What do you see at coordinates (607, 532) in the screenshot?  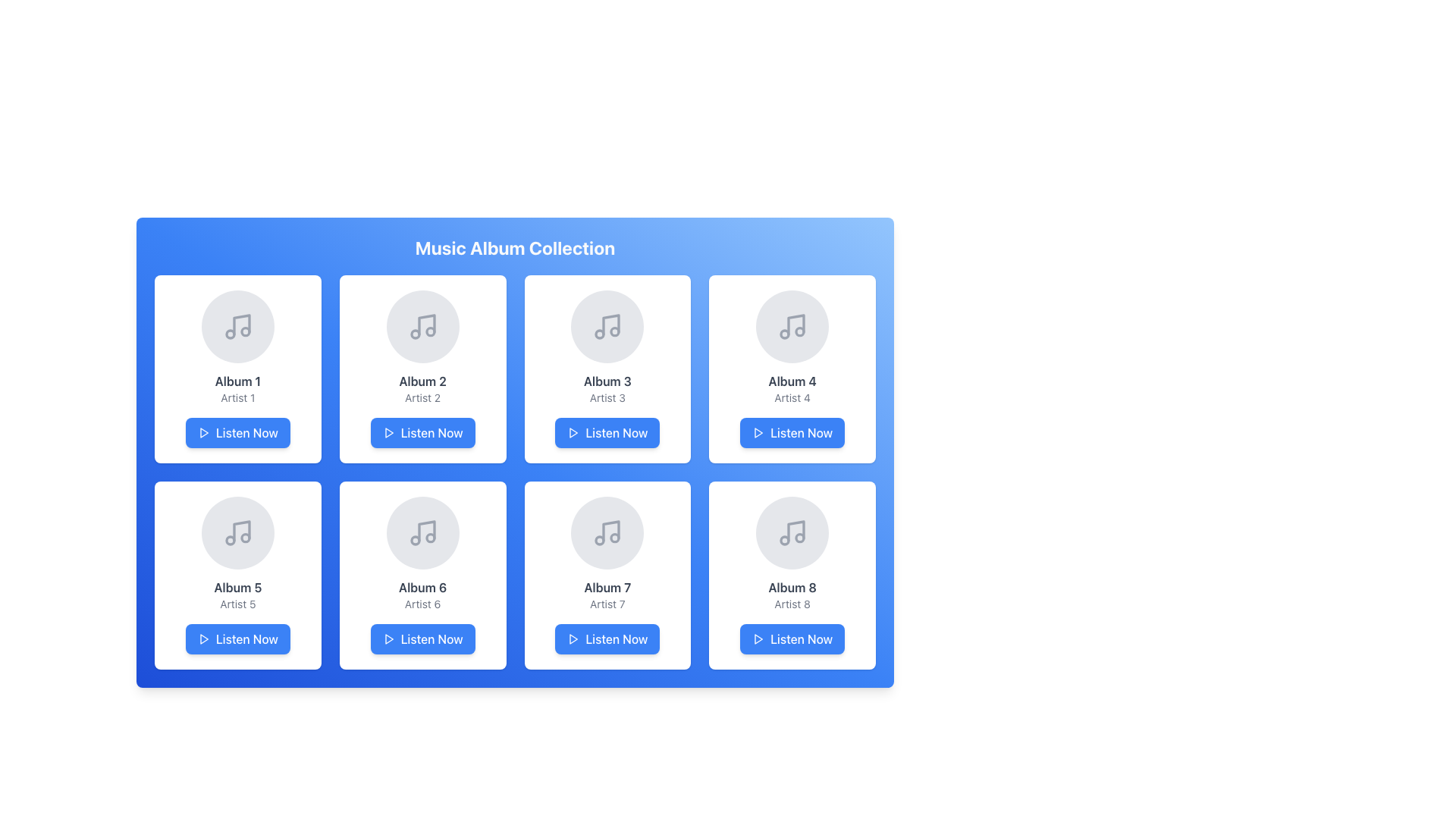 I see `the circular visual element with a music note icon located in the 'Album 7, Artist 7' album card, positioned above the album details` at bounding box center [607, 532].